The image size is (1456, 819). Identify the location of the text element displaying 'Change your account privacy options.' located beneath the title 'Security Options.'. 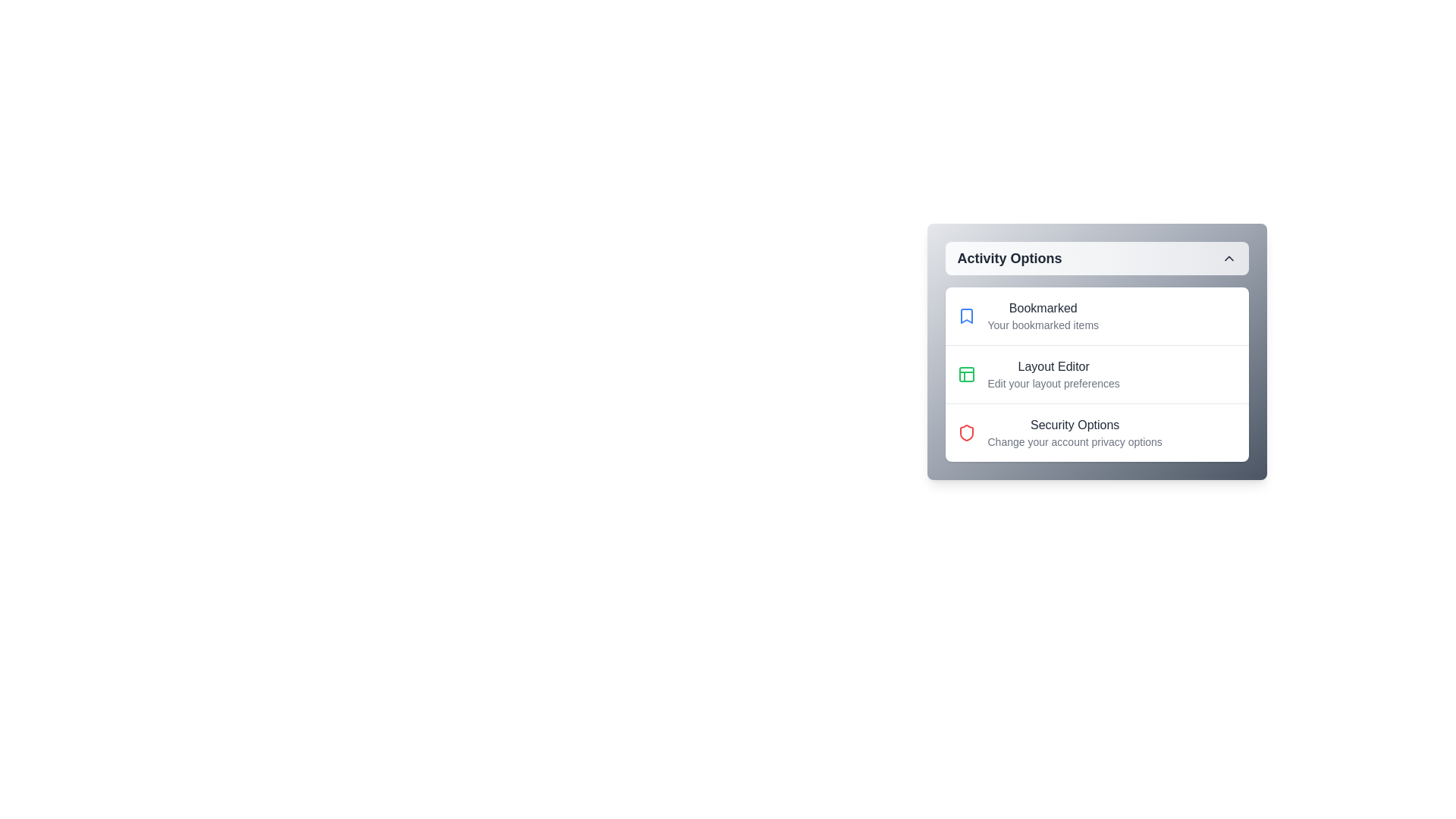
(1074, 441).